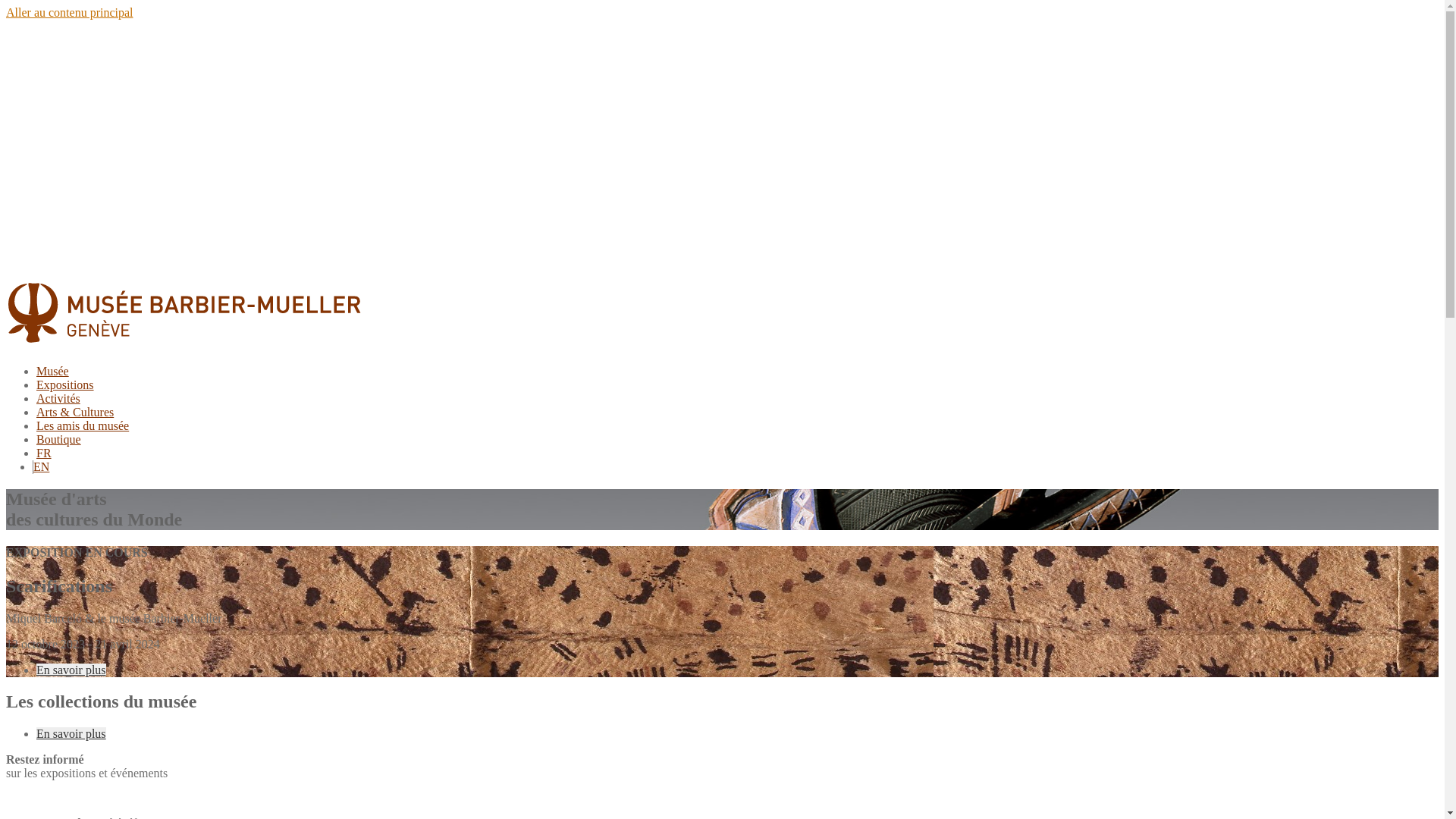 Image resolution: width=1456 pixels, height=819 pixels. Describe the element at coordinates (36, 733) in the screenshot. I see `'En savoir plus'` at that location.